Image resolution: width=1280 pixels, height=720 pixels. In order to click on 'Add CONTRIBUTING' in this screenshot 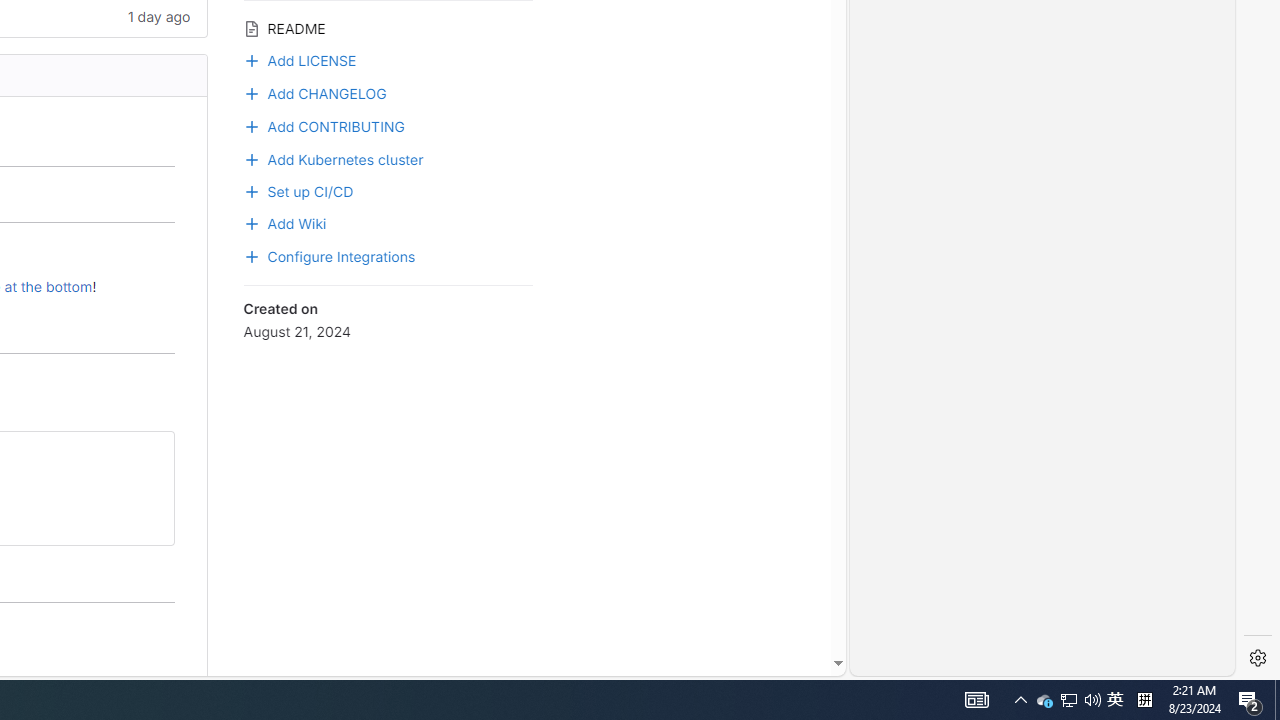, I will do `click(387, 125)`.